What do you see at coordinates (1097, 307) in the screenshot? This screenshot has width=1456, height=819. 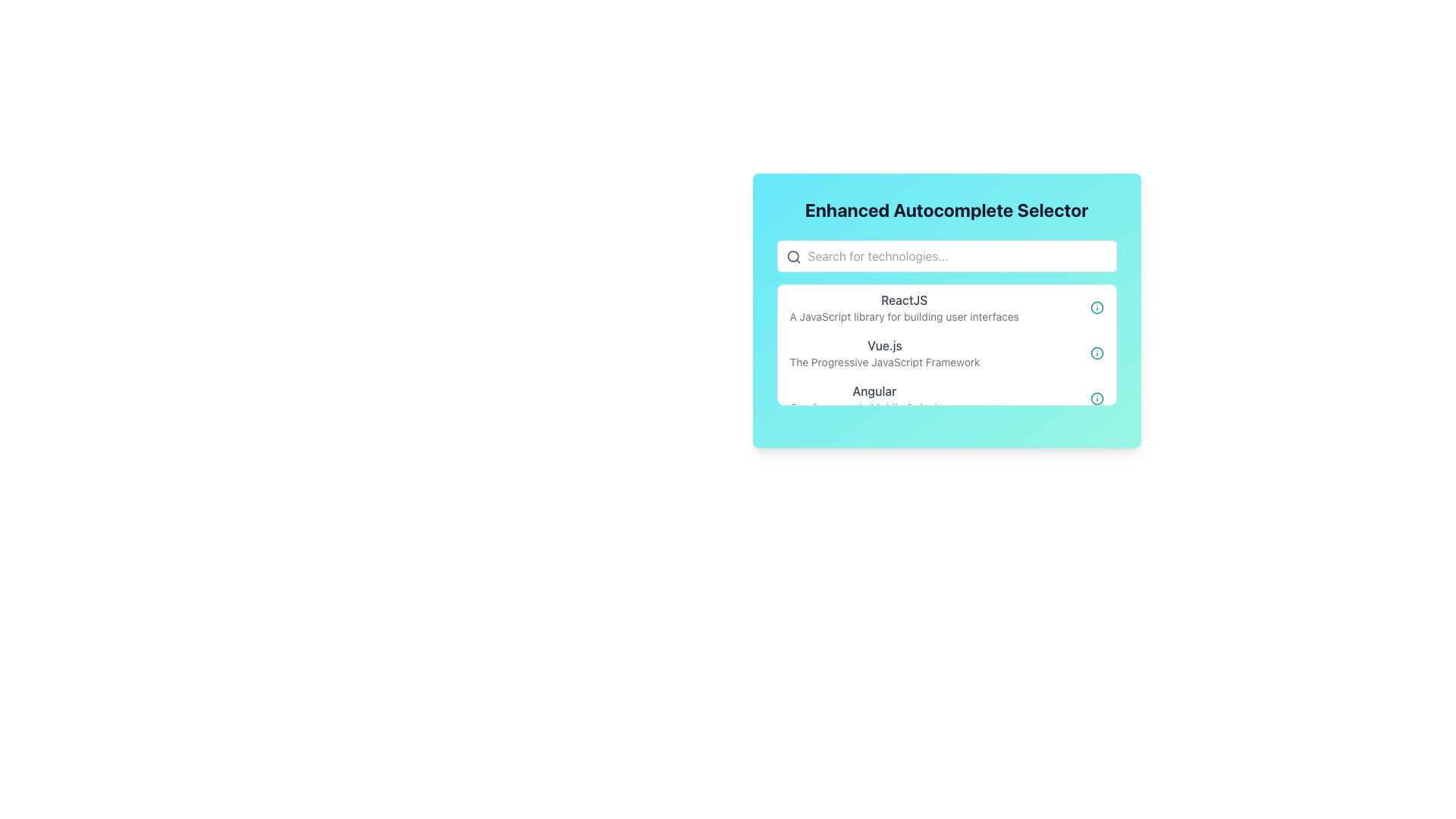 I see `the SVG Circle that visually represents the structure of an informational icon, located adjacent to the list item labeled 'Vue.js'` at bounding box center [1097, 307].